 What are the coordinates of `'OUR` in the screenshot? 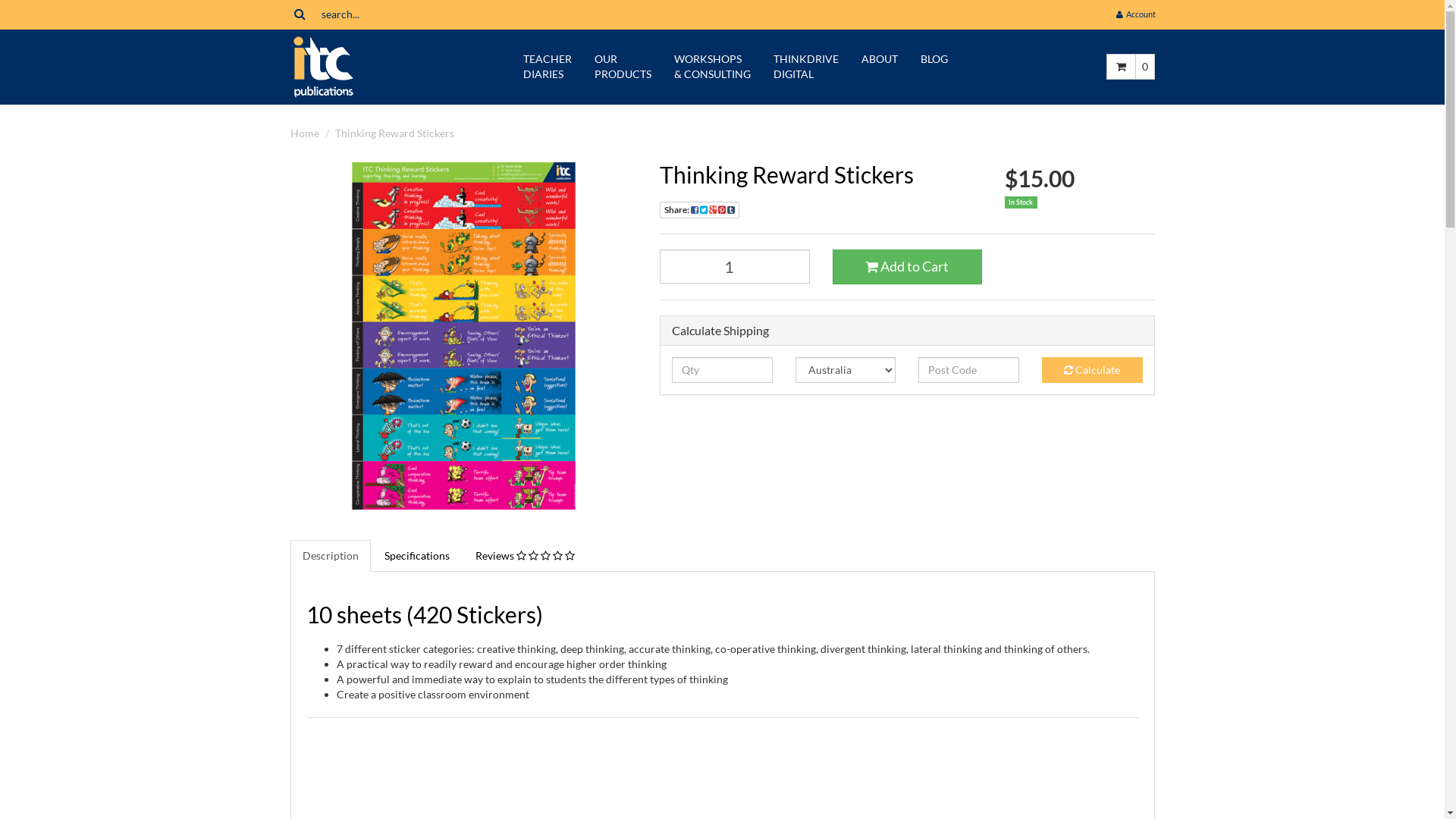 It's located at (623, 66).